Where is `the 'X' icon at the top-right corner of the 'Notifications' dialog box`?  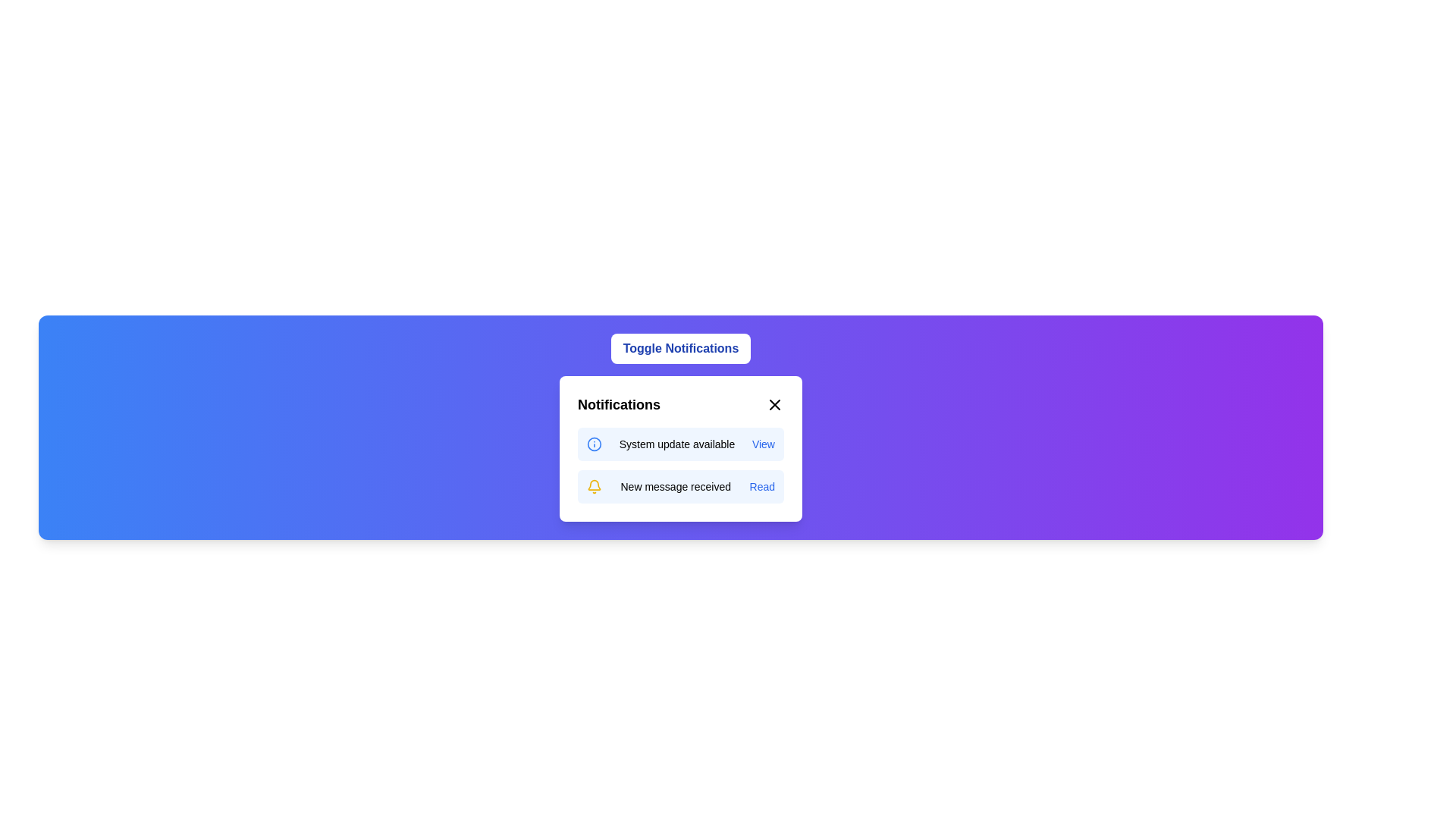 the 'X' icon at the top-right corner of the 'Notifications' dialog box is located at coordinates (775, 403).